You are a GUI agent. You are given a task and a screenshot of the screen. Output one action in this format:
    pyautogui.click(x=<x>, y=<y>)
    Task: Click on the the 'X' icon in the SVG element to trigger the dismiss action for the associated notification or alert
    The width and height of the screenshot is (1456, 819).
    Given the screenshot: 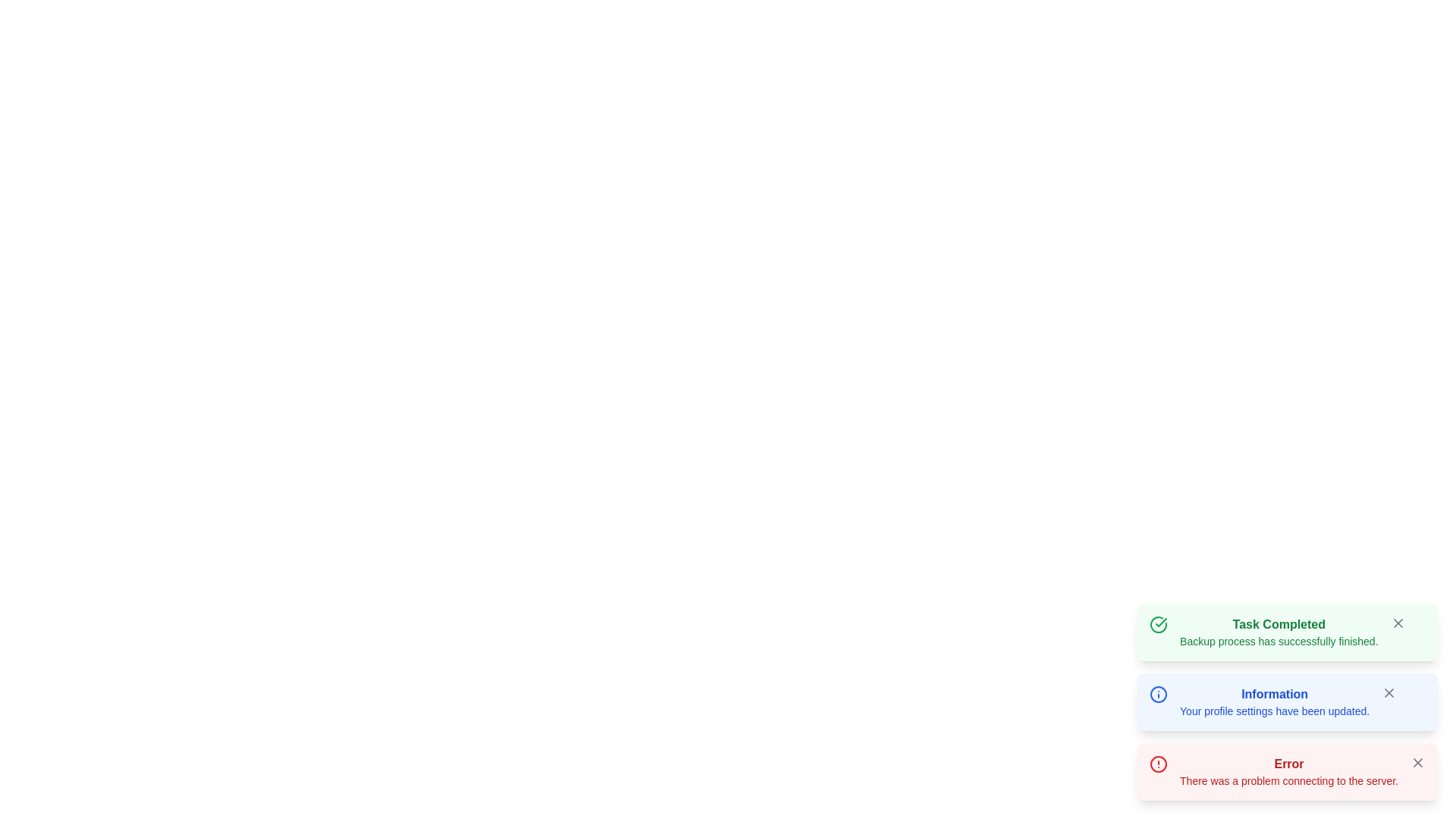 What is the action you would take?
    pyautogui.click(x=1389, y=693)
    